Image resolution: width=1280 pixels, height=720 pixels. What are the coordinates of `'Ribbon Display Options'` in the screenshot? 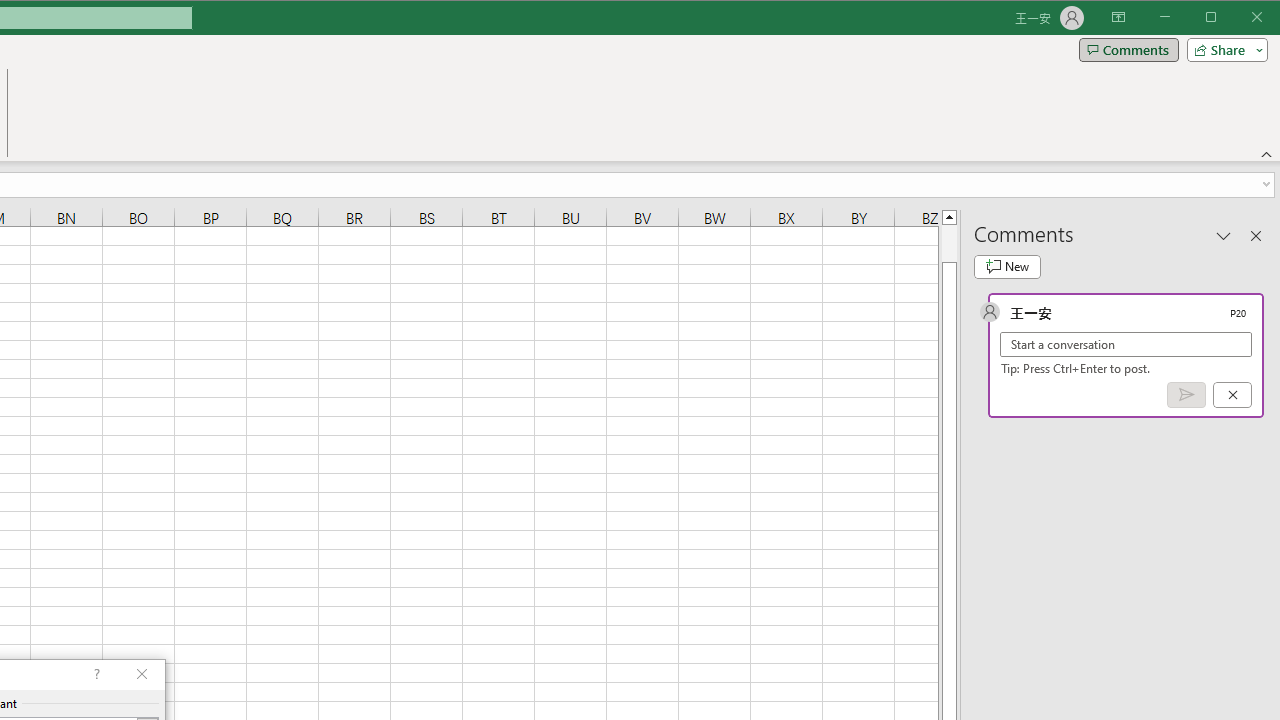 It's located at (1117, 18).